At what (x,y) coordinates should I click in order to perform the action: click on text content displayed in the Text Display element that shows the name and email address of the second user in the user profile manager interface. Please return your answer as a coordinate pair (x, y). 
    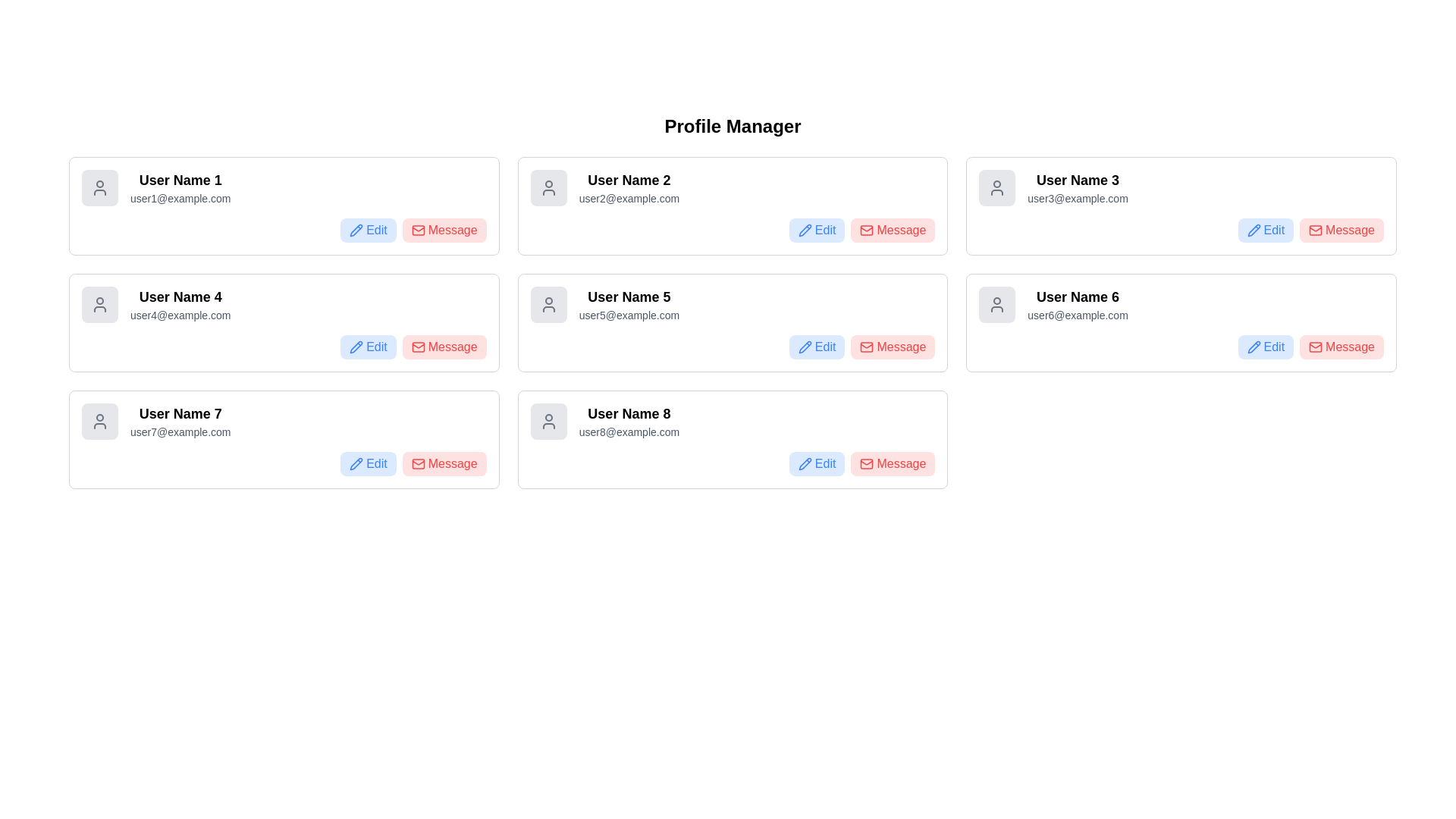
    Looking at the image, I should click on (629, 187).